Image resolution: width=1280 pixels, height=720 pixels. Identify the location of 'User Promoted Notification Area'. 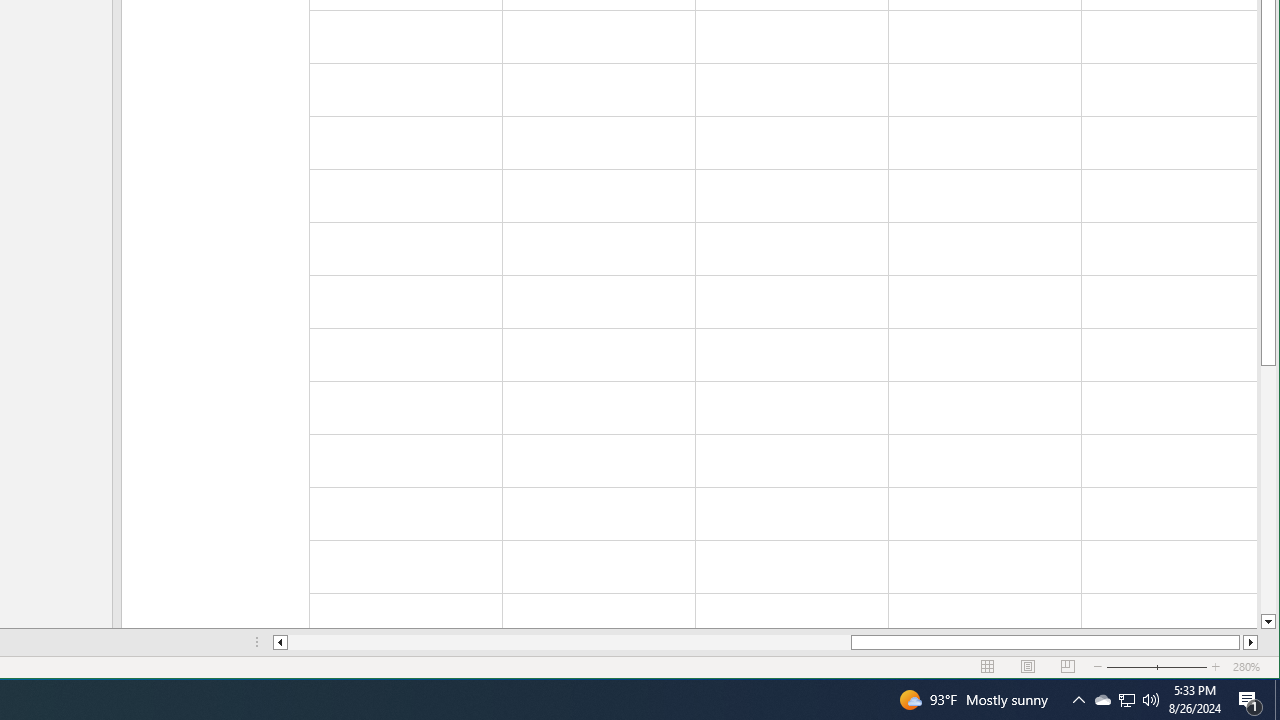
(1127, 698).